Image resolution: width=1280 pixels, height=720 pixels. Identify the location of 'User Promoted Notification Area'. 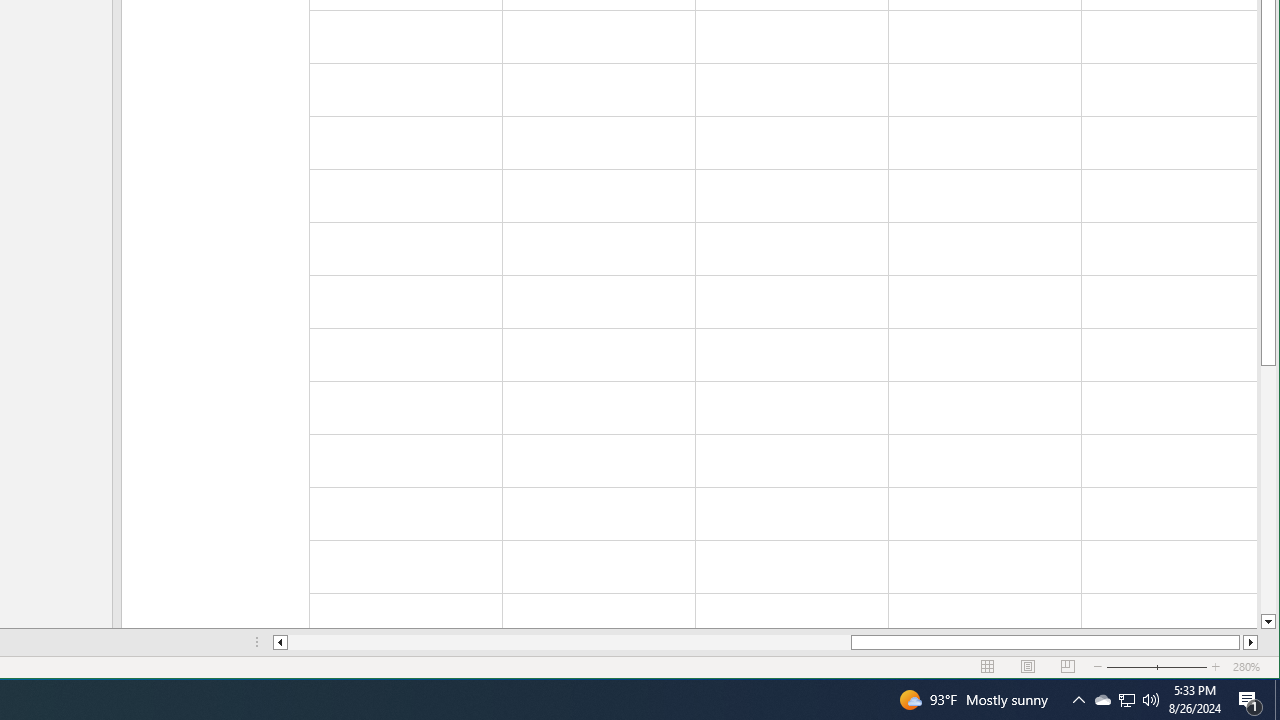
(1127, 698).